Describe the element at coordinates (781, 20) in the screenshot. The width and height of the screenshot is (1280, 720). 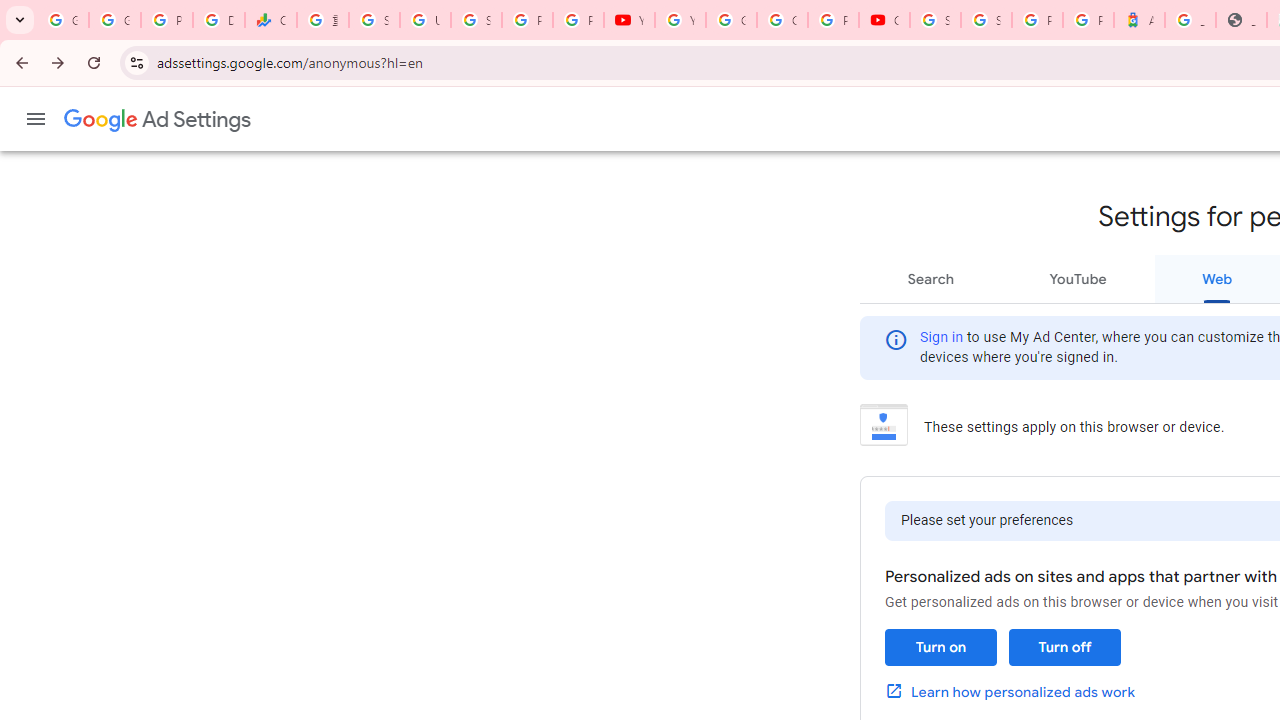
I see `'Create your Google Account'` at that location.